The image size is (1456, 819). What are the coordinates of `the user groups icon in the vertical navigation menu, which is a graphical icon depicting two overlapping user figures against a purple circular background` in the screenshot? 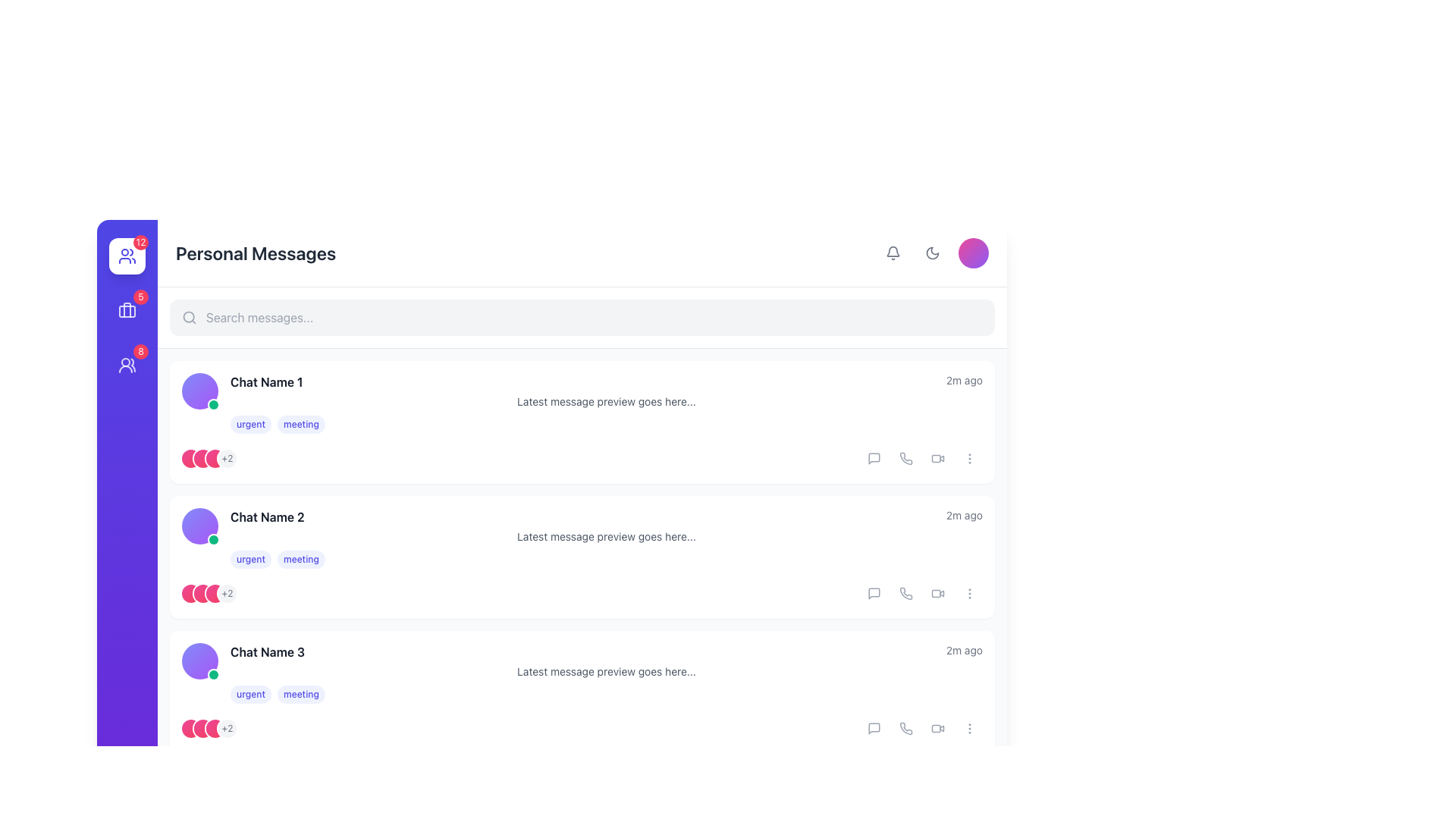 It's located at (127, 366).